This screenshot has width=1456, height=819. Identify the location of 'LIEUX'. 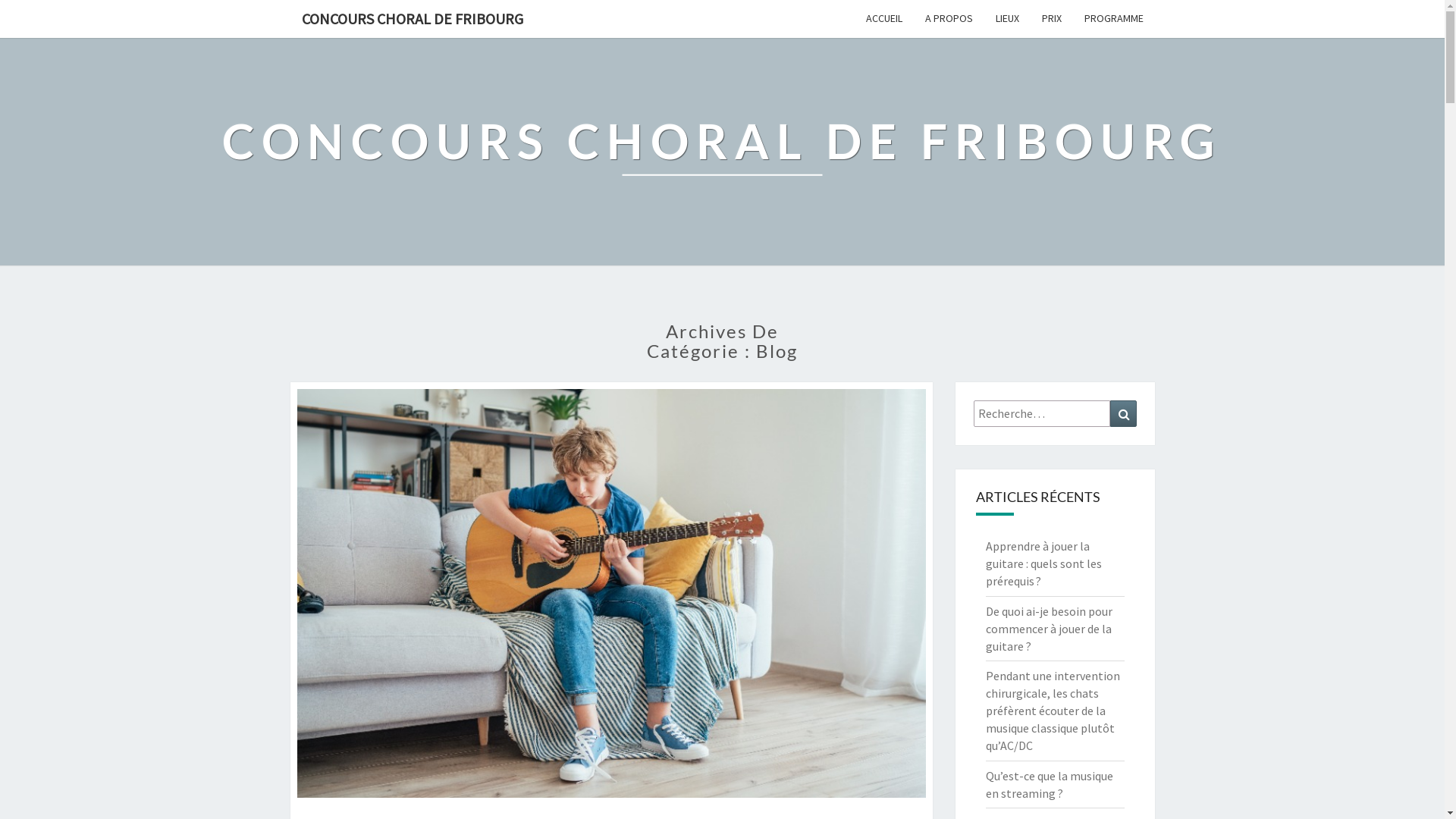
(1007, 17).